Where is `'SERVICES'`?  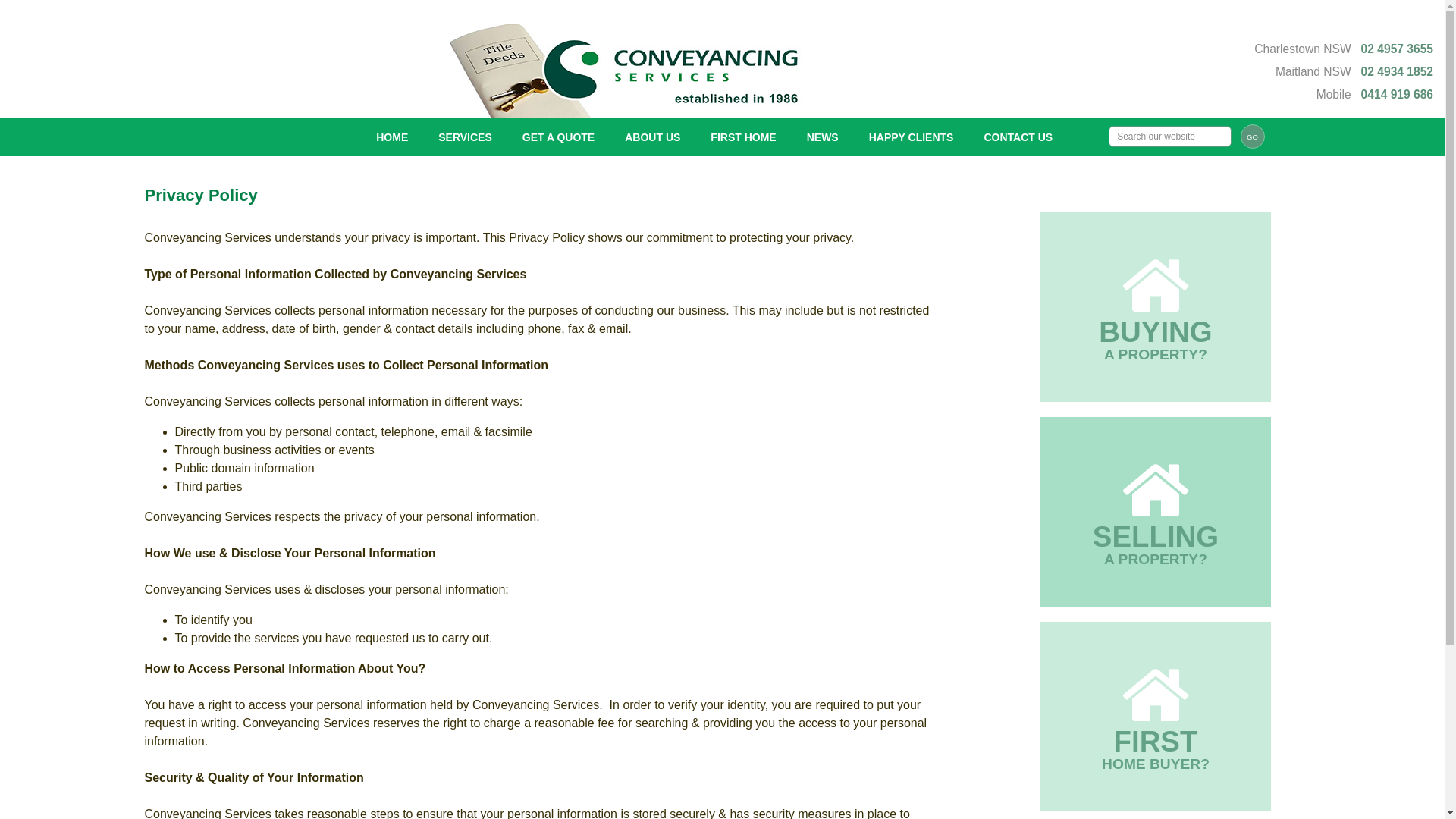
'SERVICES' is located at coordinates (422, 137).